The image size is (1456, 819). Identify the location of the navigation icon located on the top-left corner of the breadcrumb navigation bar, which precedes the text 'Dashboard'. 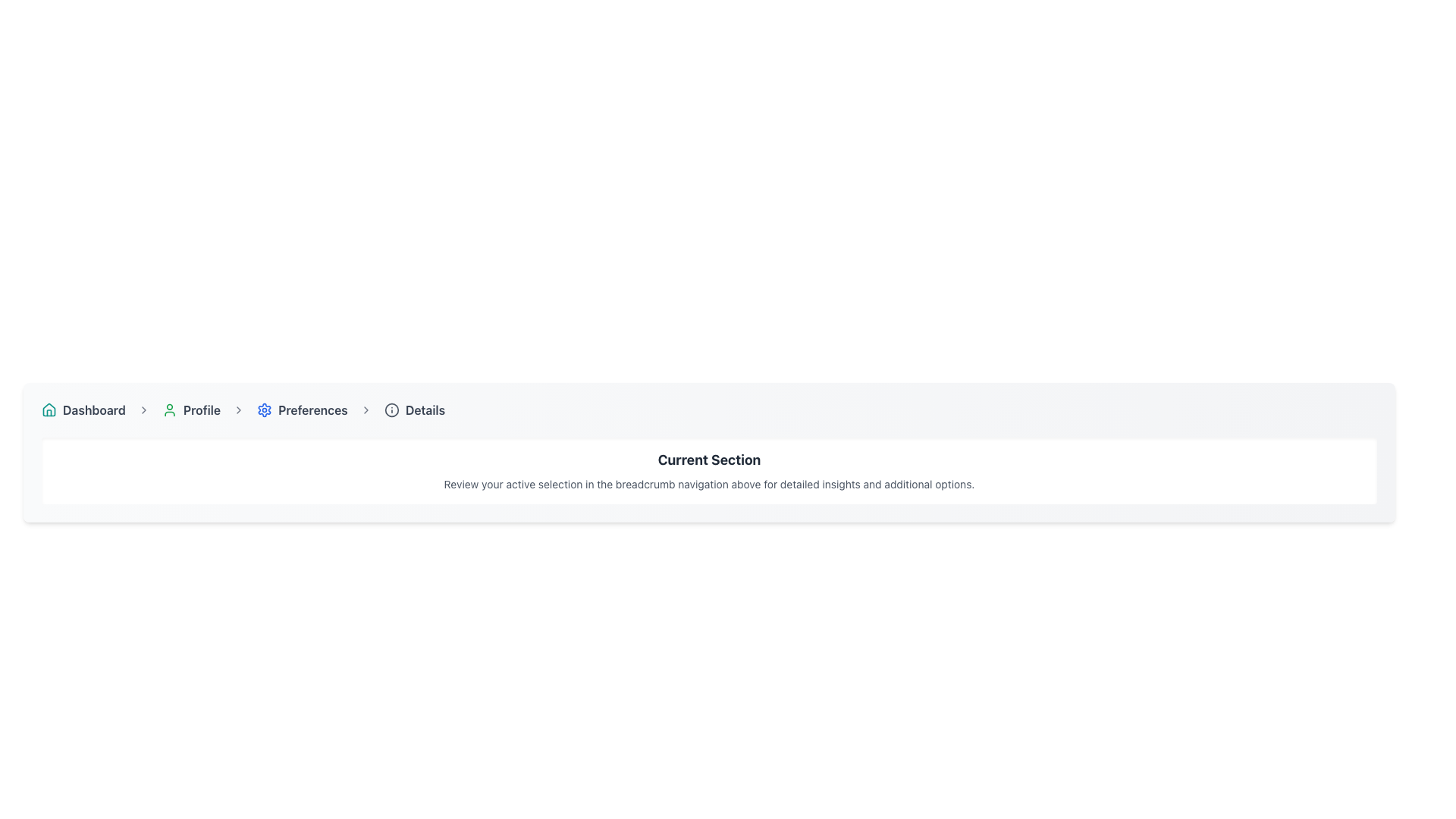
(49, 409).